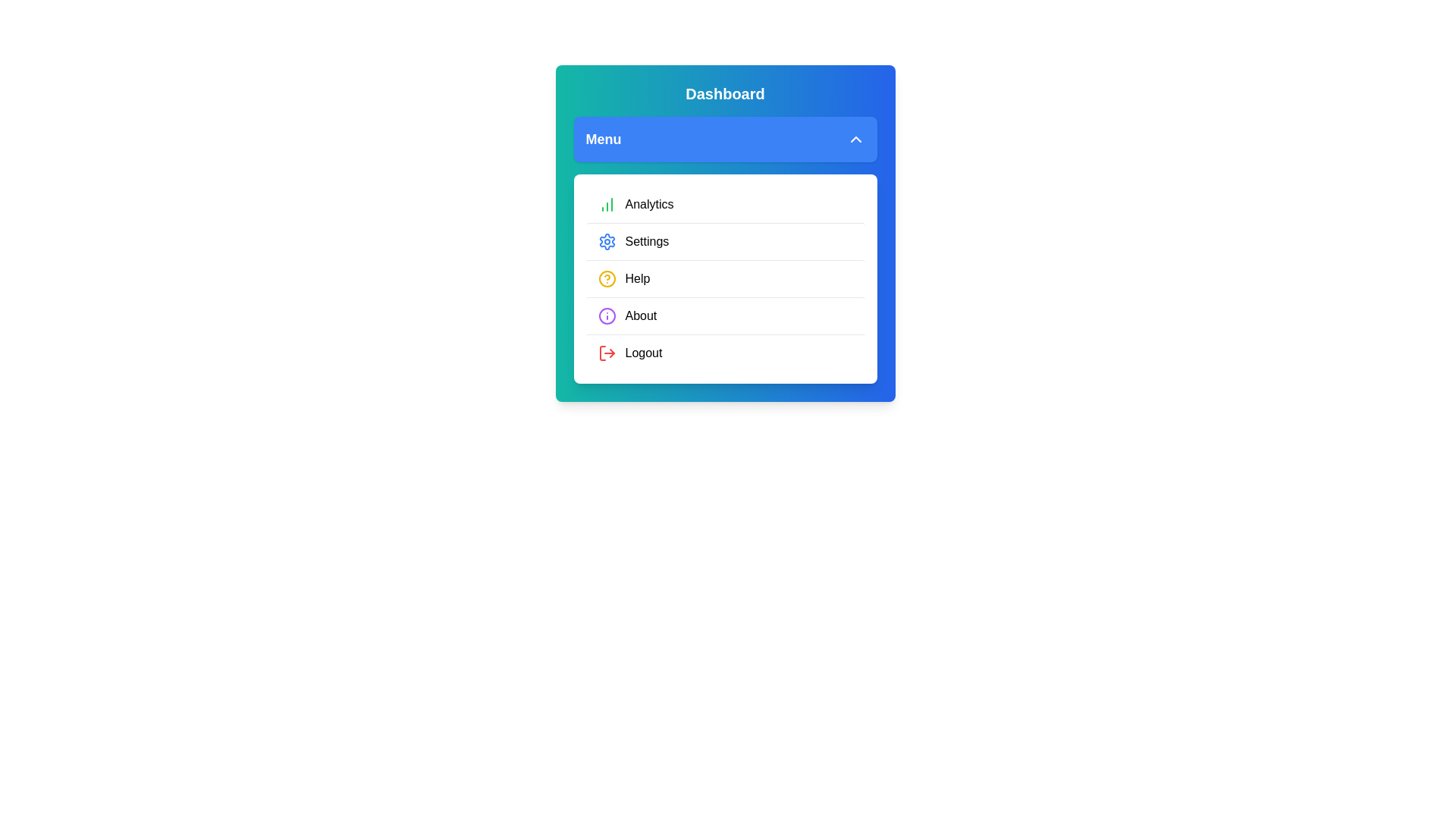 The image size is (1456, 819). What do you see at coordinates (644, 353) in the screenshot?
I see `the logout button labeled 'Menu' located at the bottom of the dropdown menu under 'Dashboard' for possible additional interactions` at bounding box center [644, 353].